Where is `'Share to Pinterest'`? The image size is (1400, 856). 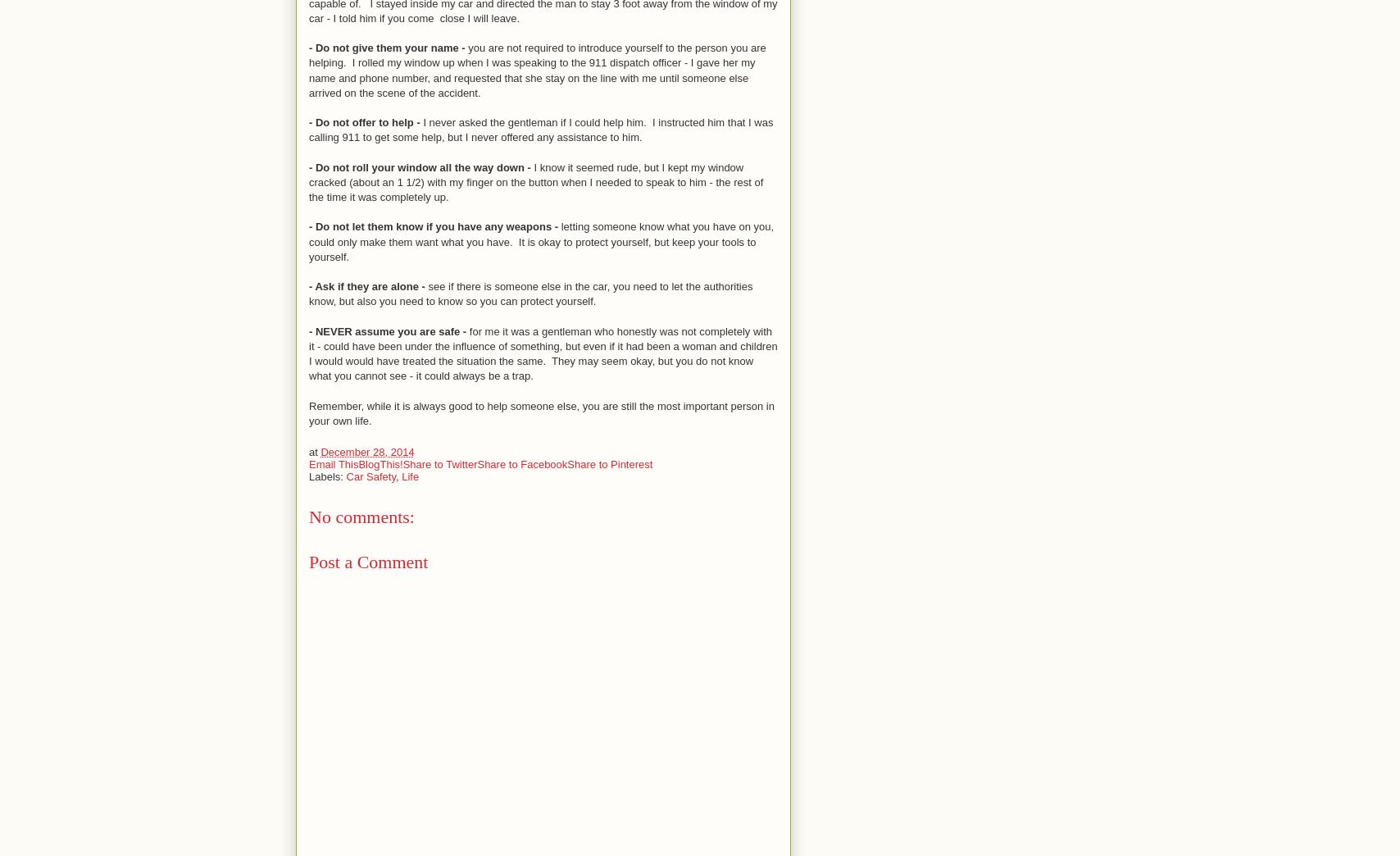
'Share to Pinterest' is located at coordinates (567, 462).